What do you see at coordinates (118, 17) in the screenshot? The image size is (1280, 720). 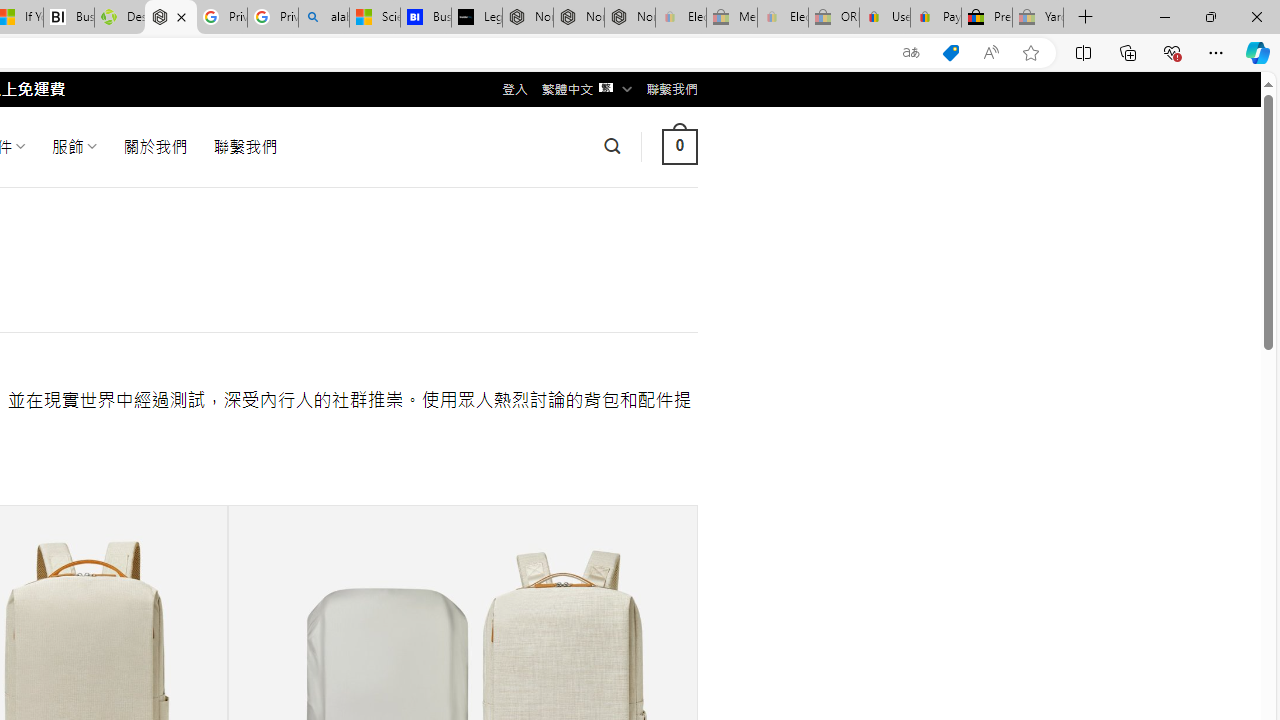 I see `'Descarga Driver Updater'` at bounding box center [118, 17].